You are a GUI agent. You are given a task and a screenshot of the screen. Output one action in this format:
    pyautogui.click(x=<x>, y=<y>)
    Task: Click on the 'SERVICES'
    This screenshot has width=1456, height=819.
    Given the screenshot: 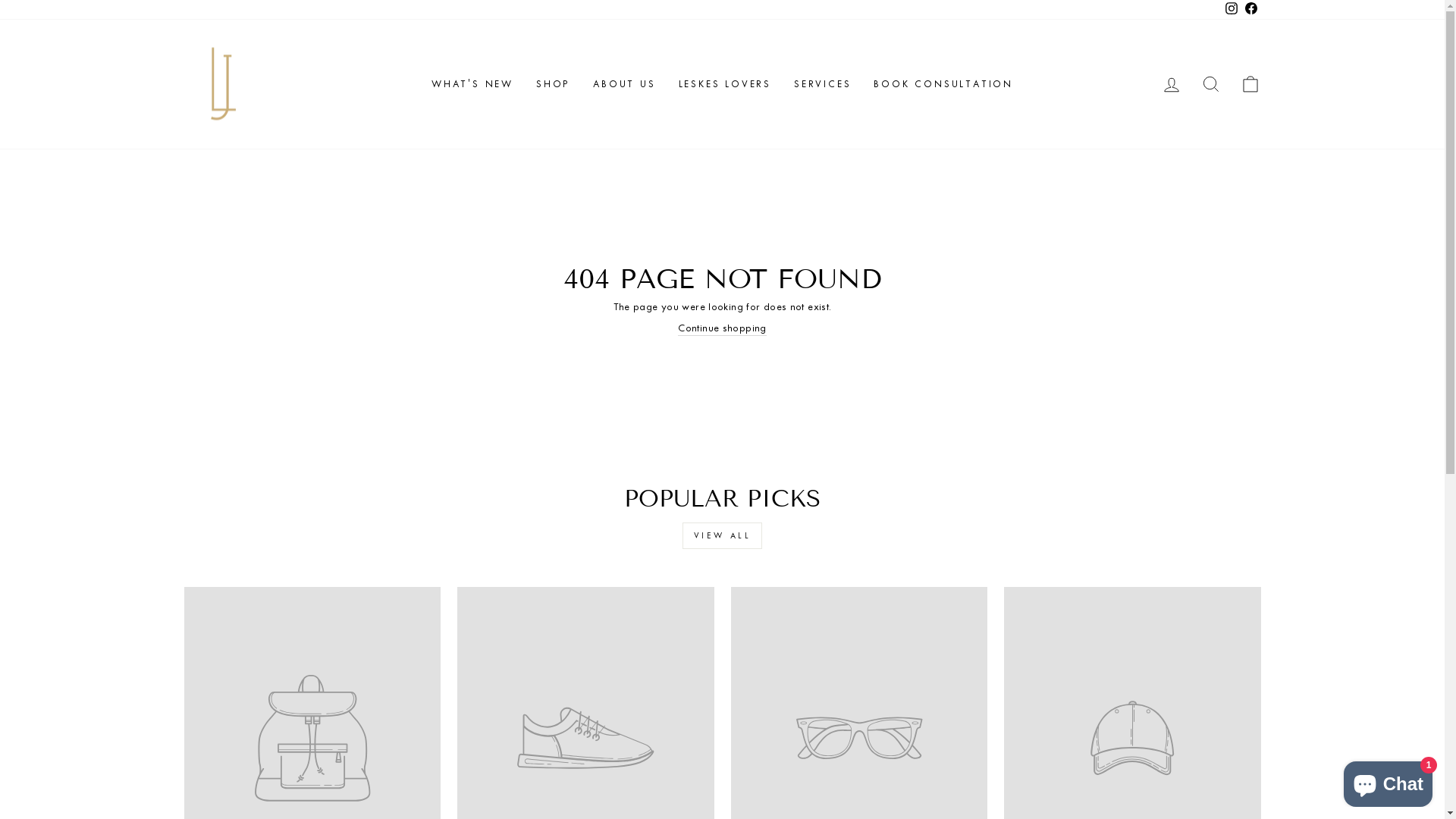 What is the action you would take?
    pyautogui.click(x=821, y=84)
    